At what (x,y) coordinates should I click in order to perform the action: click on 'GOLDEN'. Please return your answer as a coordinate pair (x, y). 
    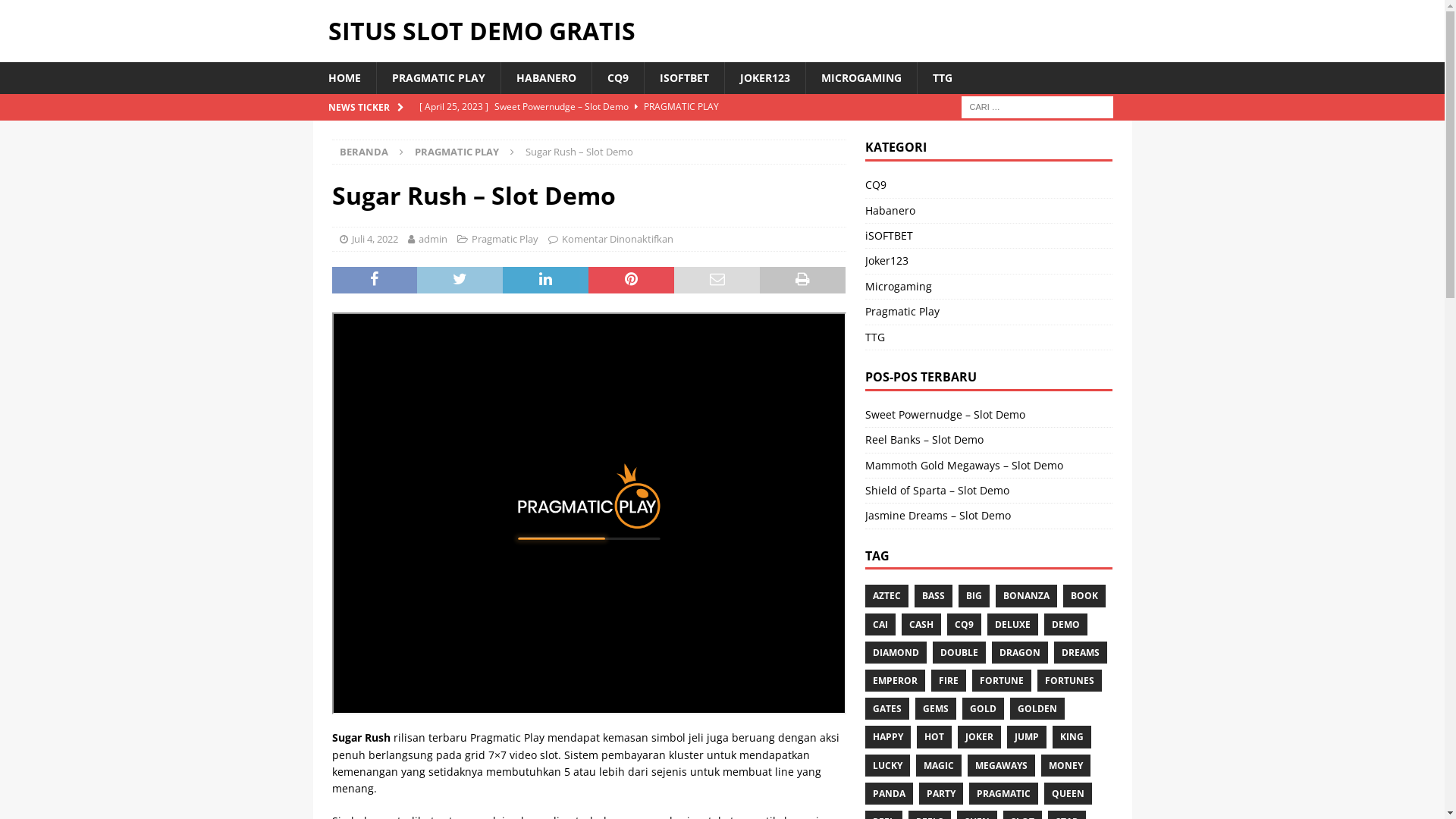
    Looking at the image, I should click on (1037, 708).